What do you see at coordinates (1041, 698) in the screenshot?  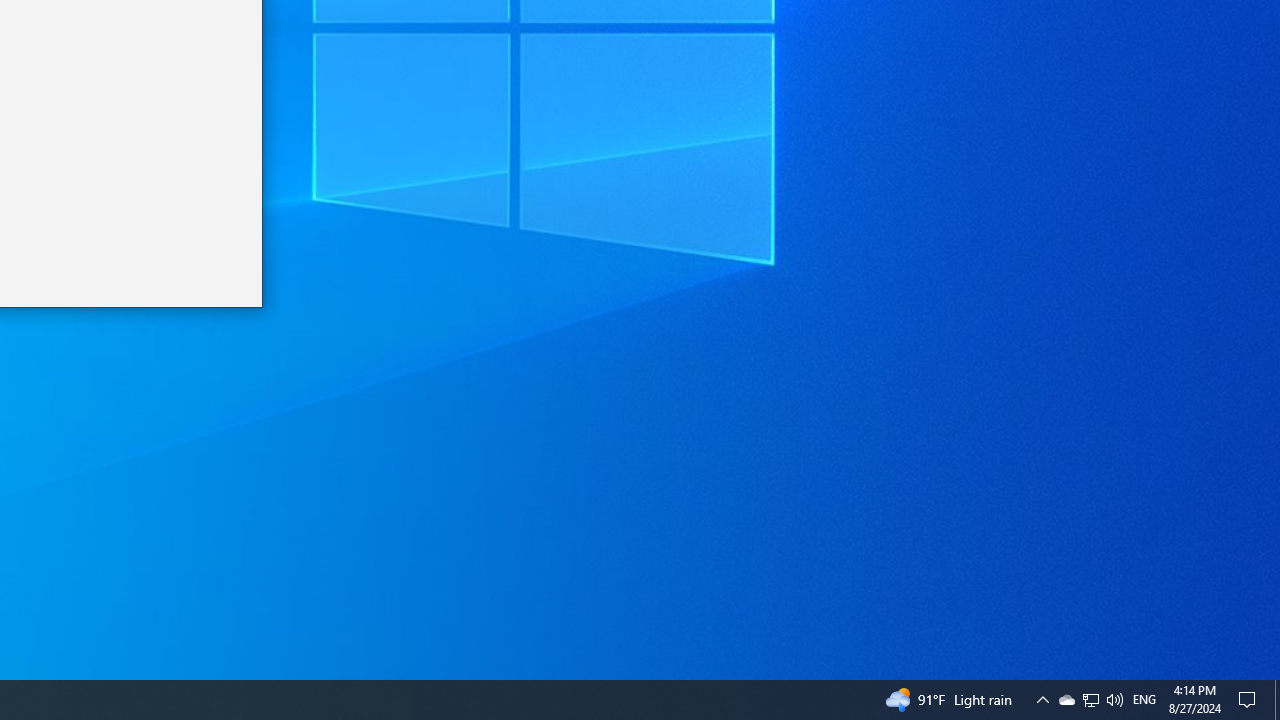 I see `'Notification Chevron'` at bounding box center [1041, 698].